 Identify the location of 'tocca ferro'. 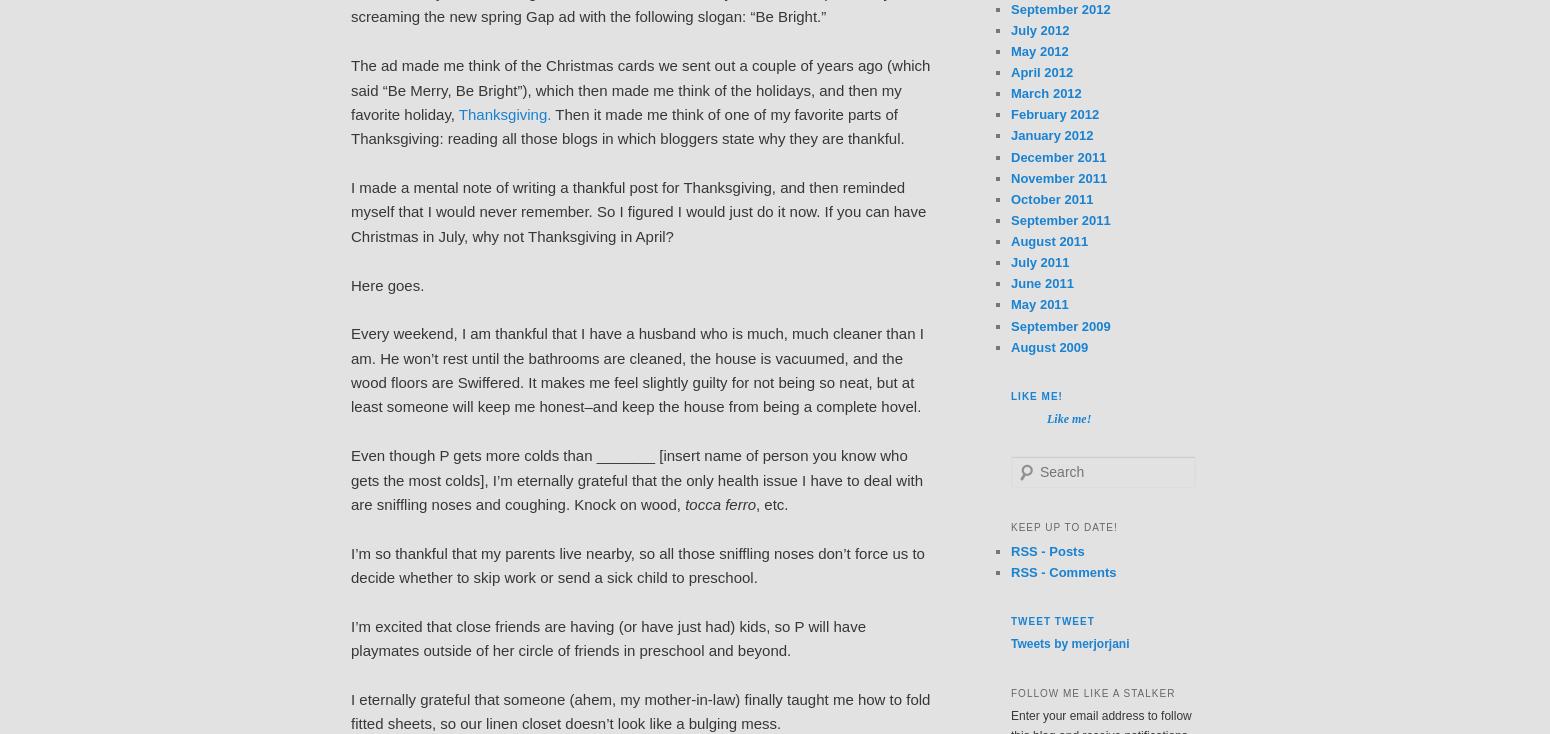
(720, 502).